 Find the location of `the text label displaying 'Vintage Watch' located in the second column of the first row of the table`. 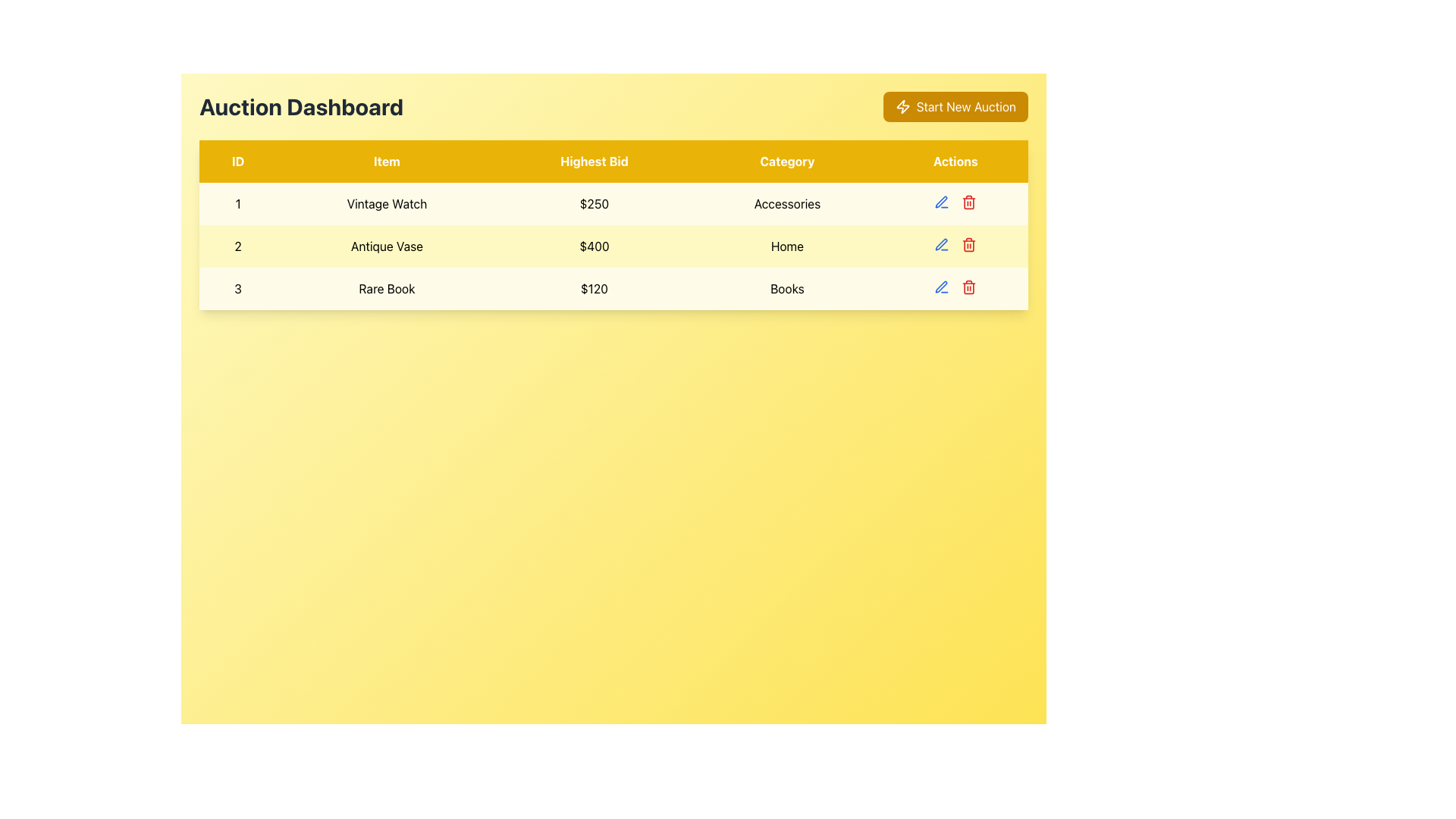

the text label displaying 'Vintage Watch' located in the second column of the first row of the table is located at coordinates (387, 203).